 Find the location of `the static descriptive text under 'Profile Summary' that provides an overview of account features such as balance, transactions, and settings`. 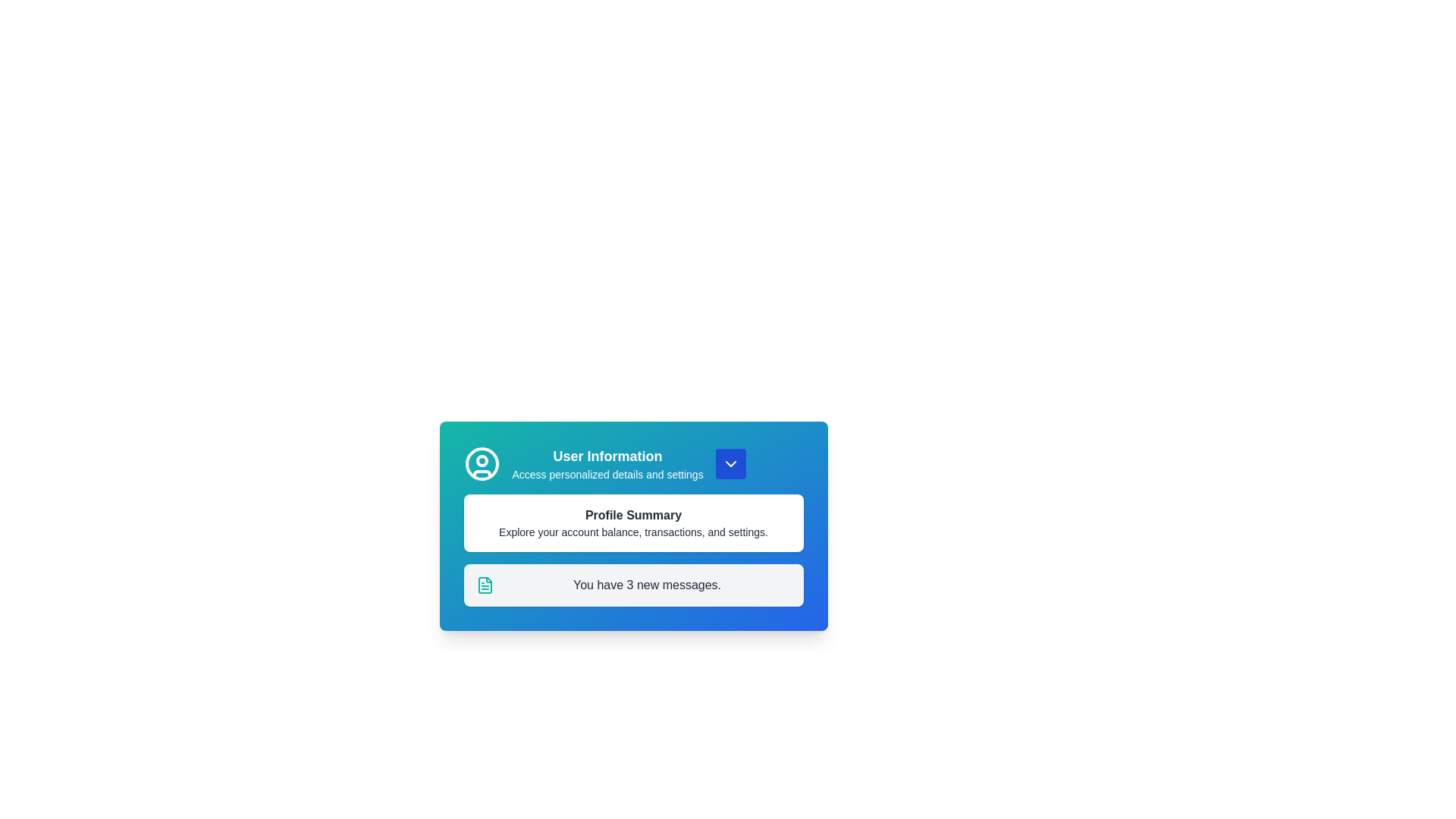

the static descriptive text under 'Profile Summary' that provides an overview of account features such as balance, transactions, and settings is located at coordinates (633, 532).